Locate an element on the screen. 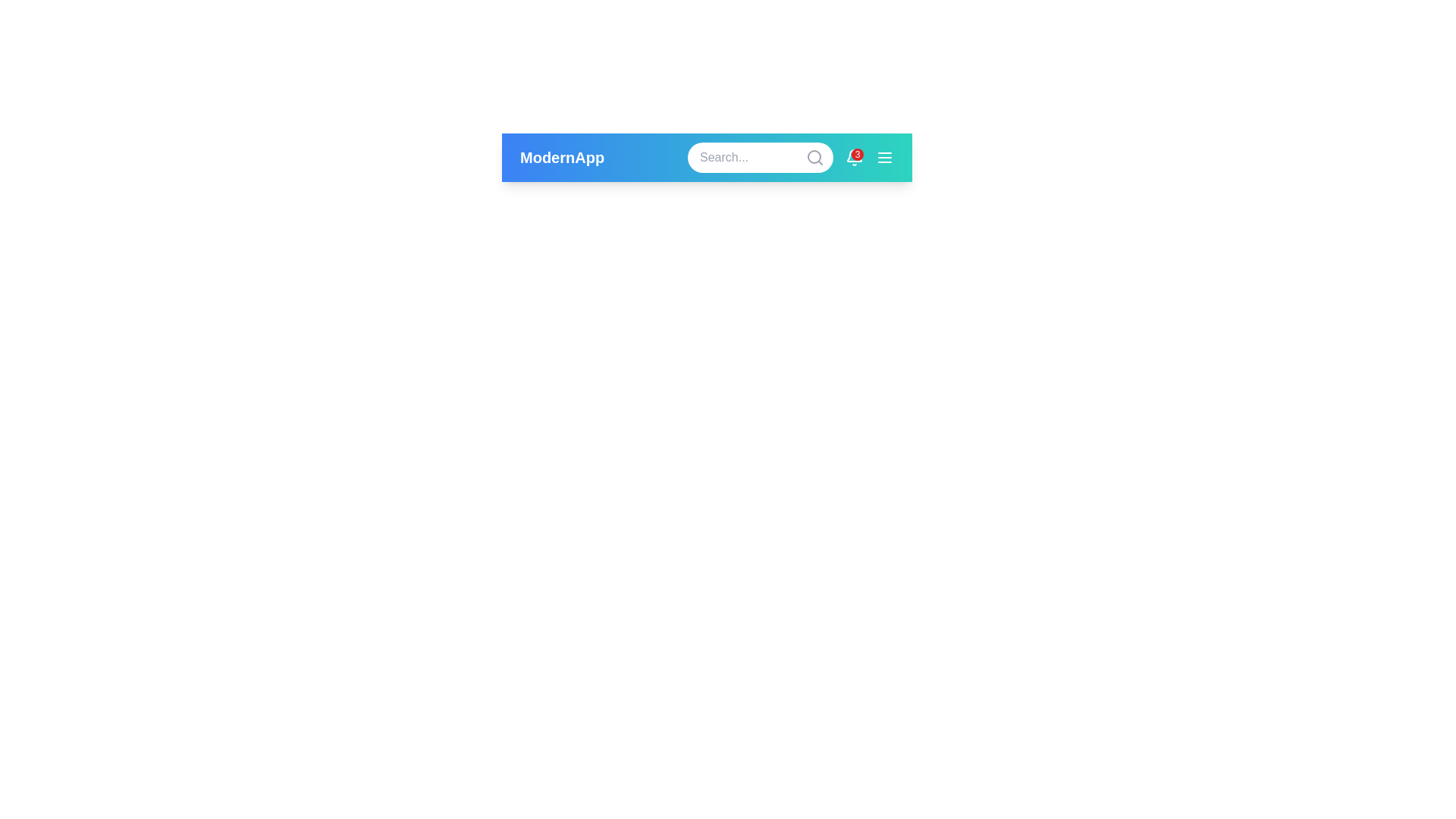  the notification bell to view notifications is located at coordinates (855, 158).